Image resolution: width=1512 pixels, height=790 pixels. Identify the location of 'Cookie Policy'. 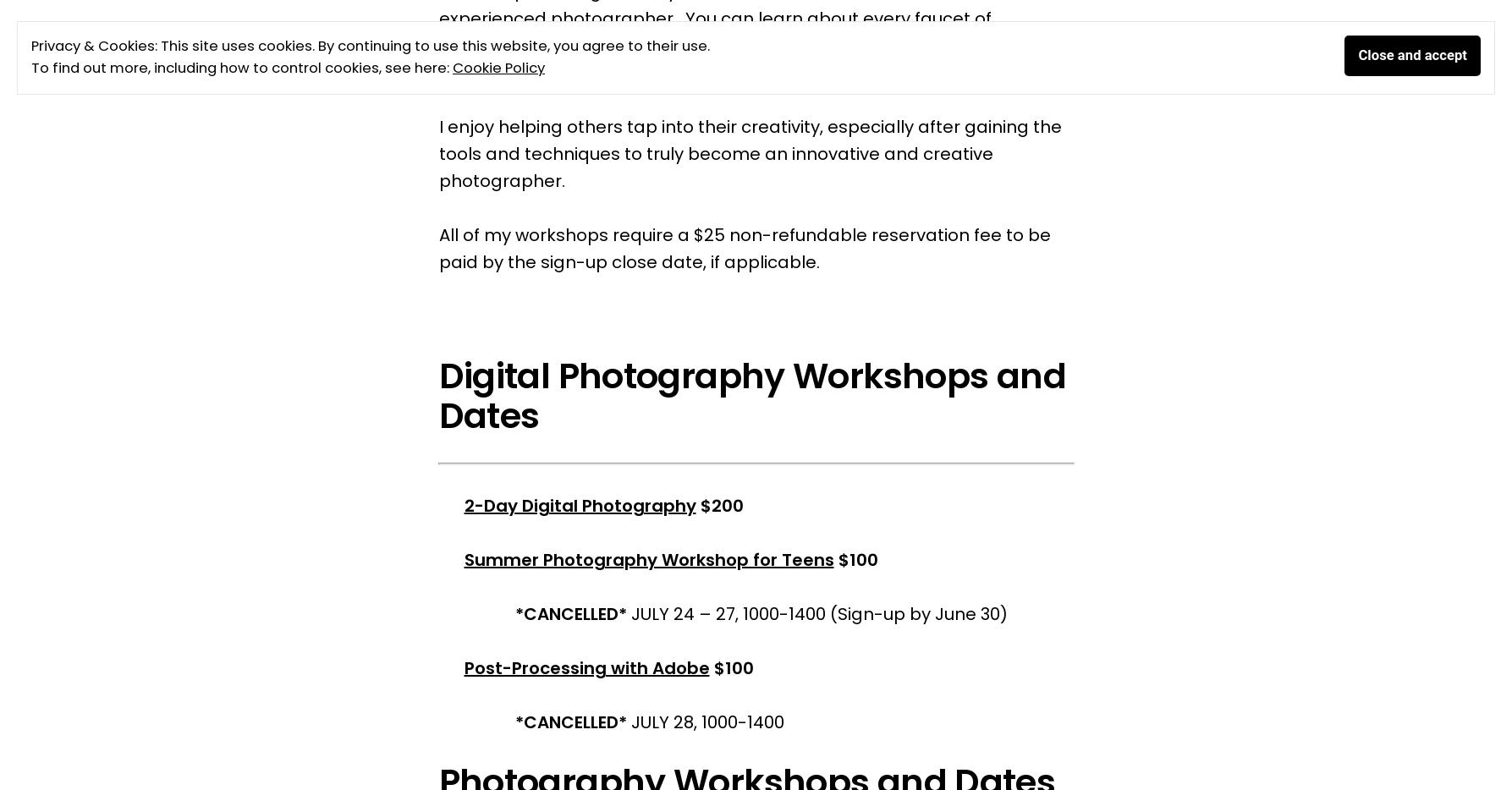
(498, 68).